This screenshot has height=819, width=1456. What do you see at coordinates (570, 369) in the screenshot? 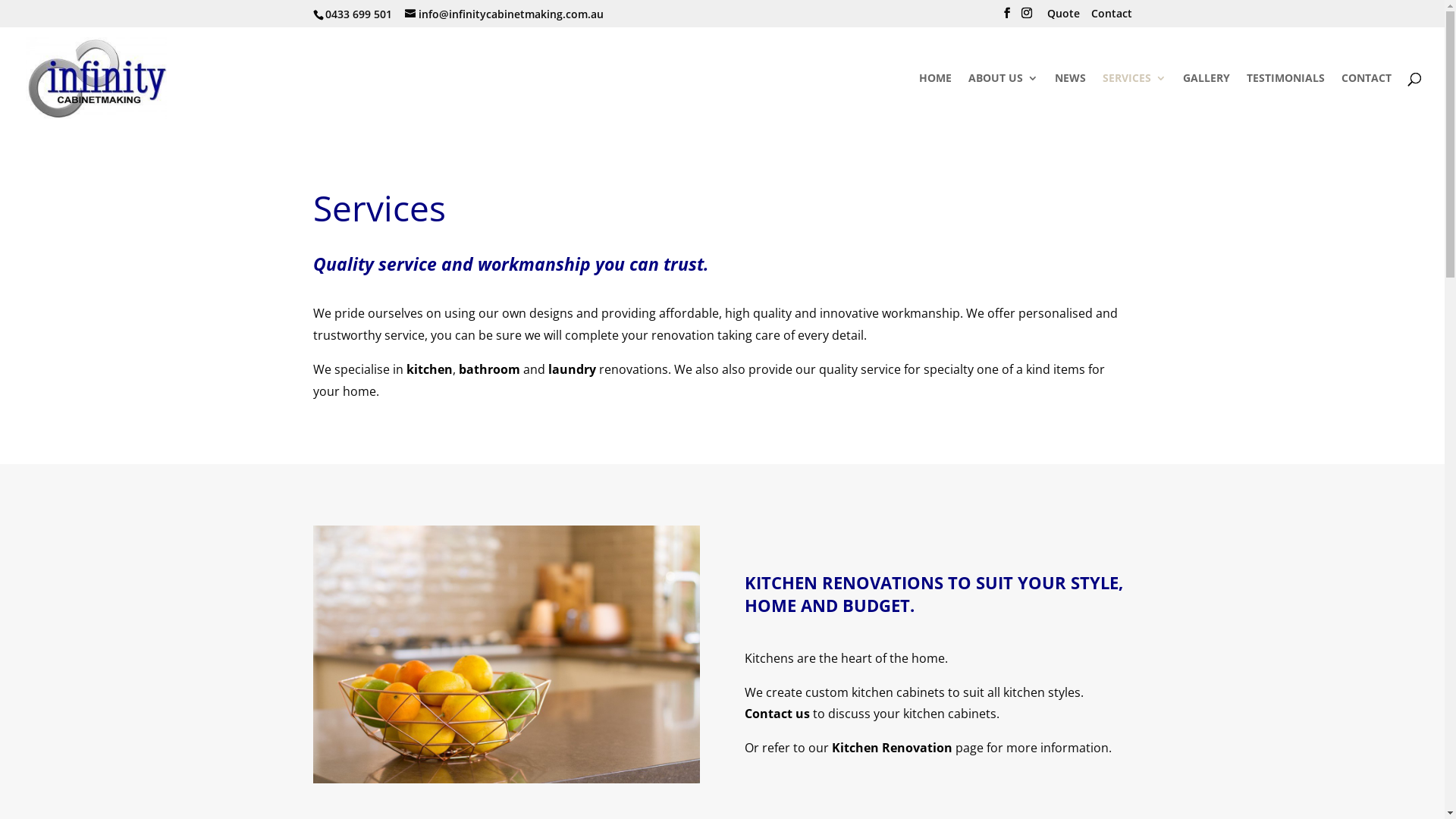
I see `'laundry'` at bounding box center [570, 369].